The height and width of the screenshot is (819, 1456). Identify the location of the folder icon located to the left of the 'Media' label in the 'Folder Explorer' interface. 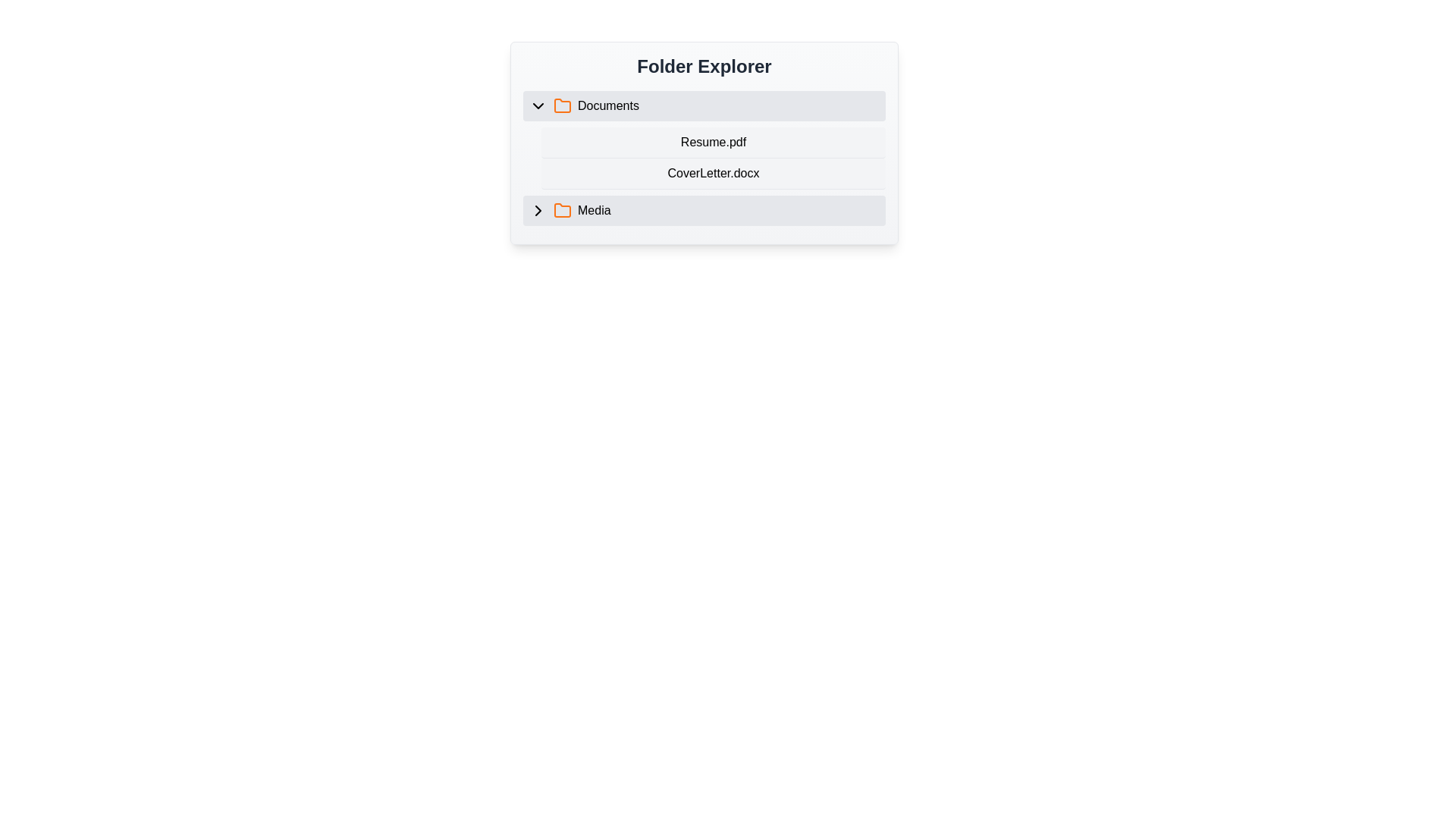
(562, 210).